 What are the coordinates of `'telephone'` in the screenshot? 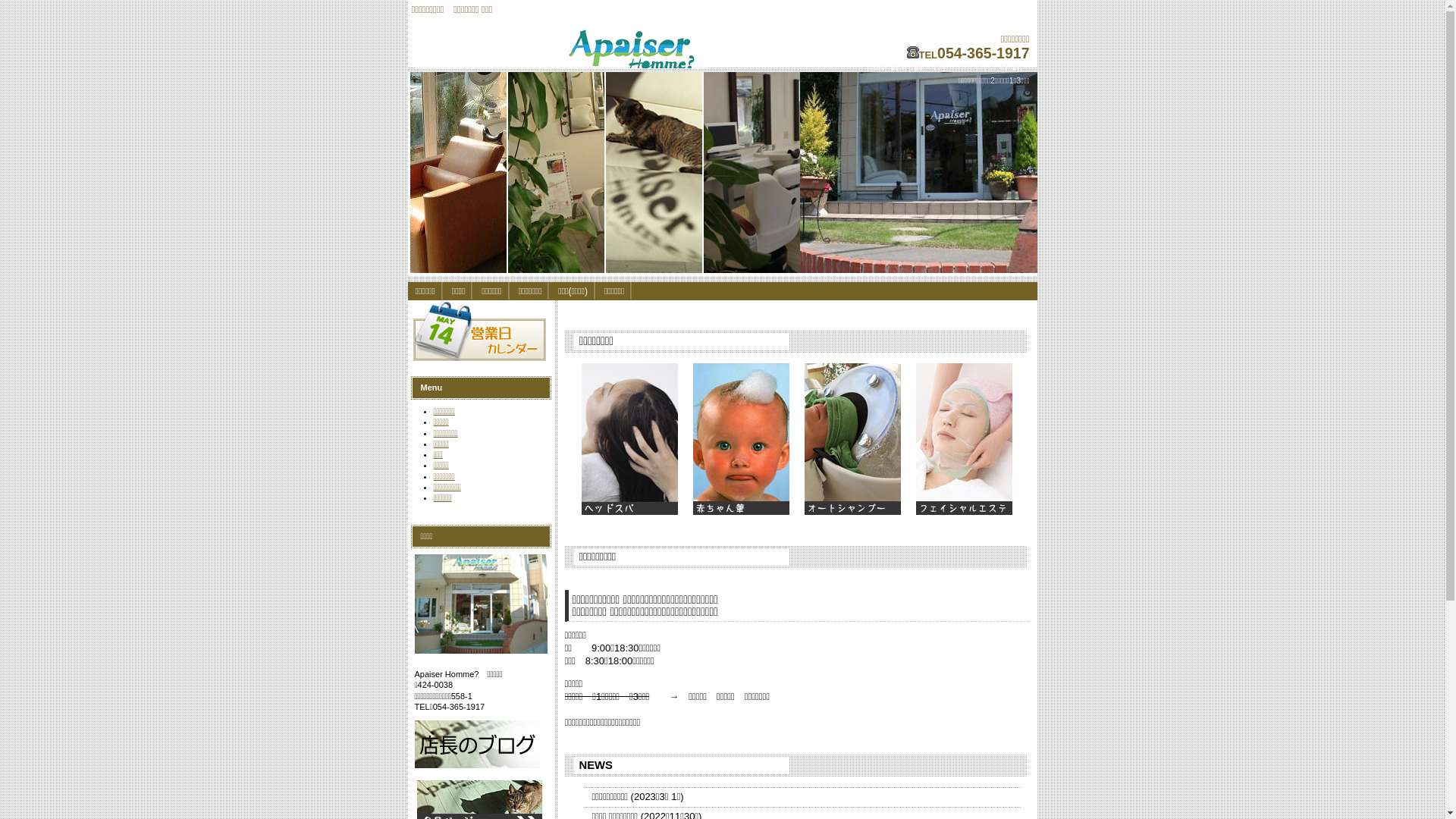 It's located at (912, 52).